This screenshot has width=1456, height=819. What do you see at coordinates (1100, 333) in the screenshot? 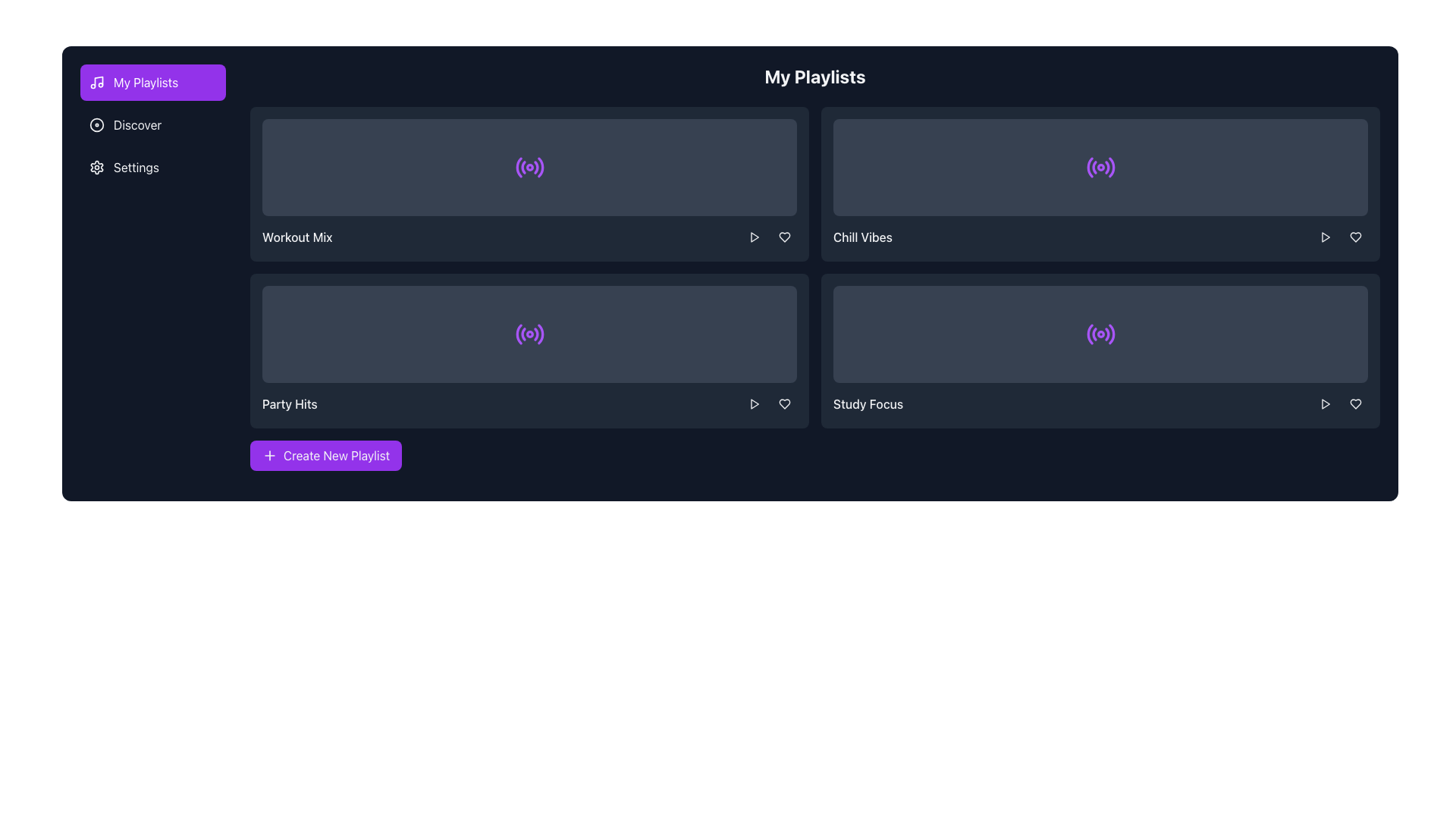
I see `the icon located in the bottom-right rectangular tile titled 'Study Focus' within the grid of playlist items, which is centrally placed in a dark gray tile` at bounding box center [1100, 333].